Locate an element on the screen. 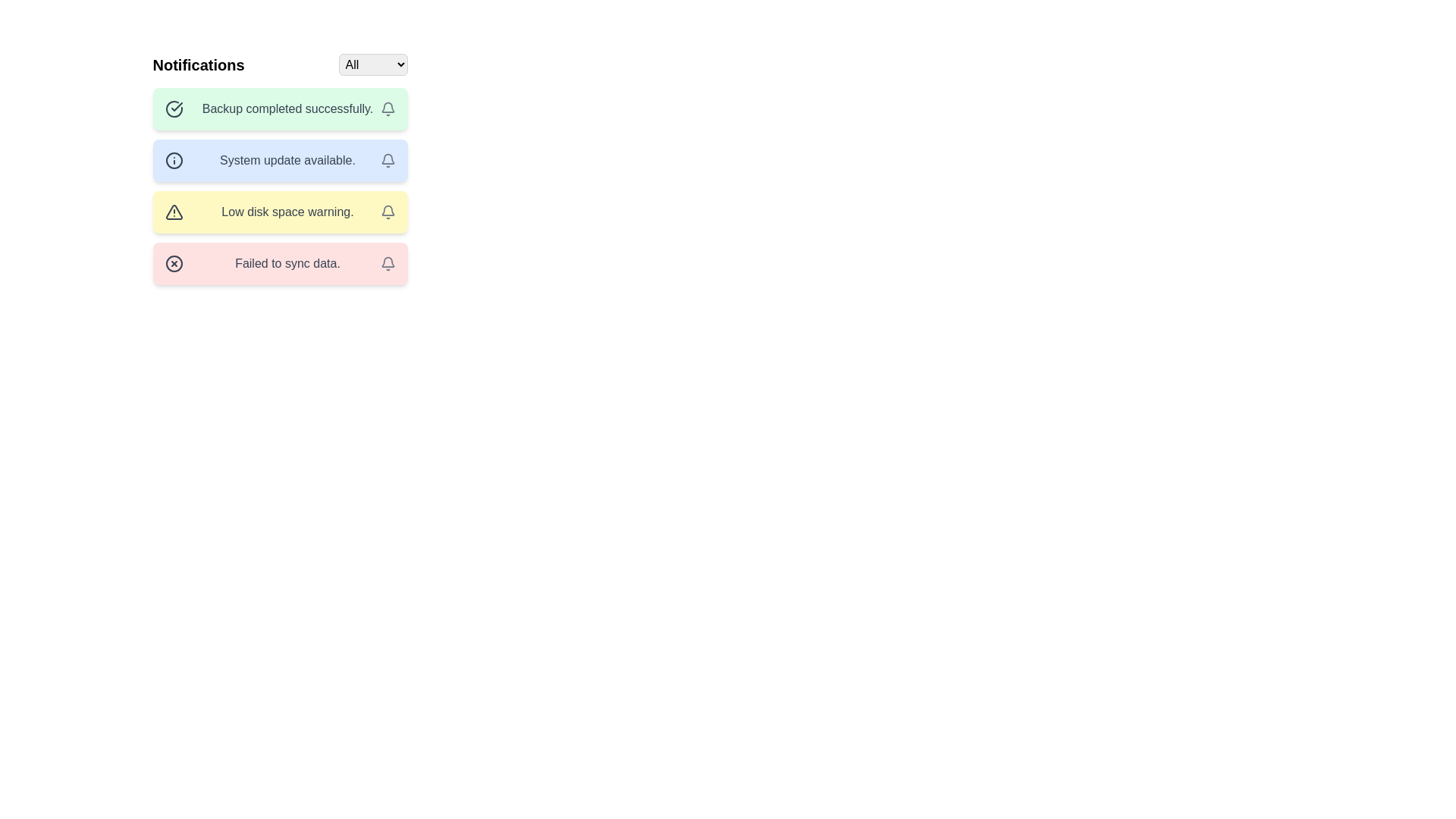 This screenshot has width=1456, height=819. the error icon located at the left side of the fourth notification box with a red background that indicates a critical failure related to the message 'Failed to sync data.' is located at coordinates (174, 262).